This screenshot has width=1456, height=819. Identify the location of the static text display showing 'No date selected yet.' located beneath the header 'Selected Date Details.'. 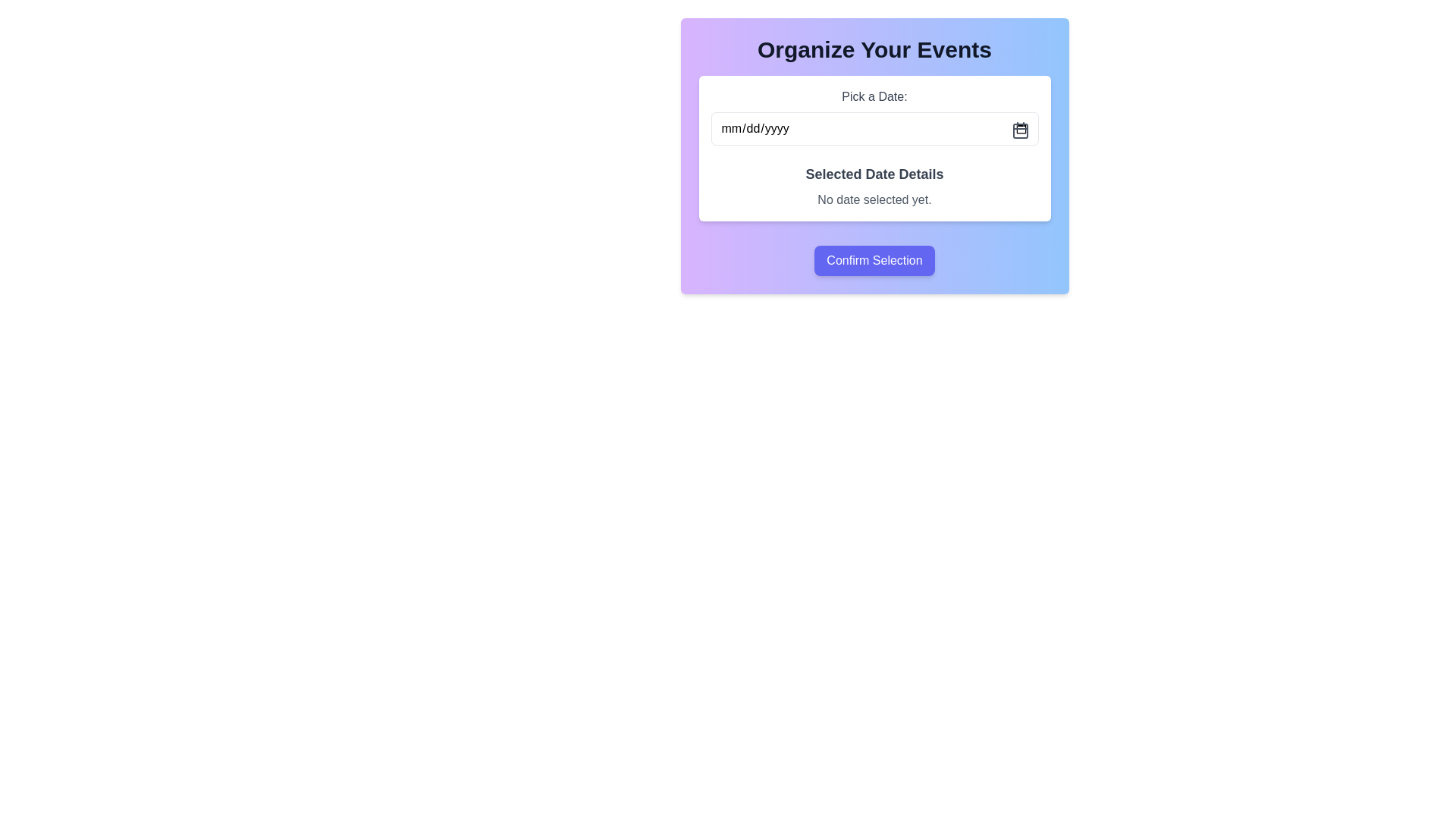
(874, 199).